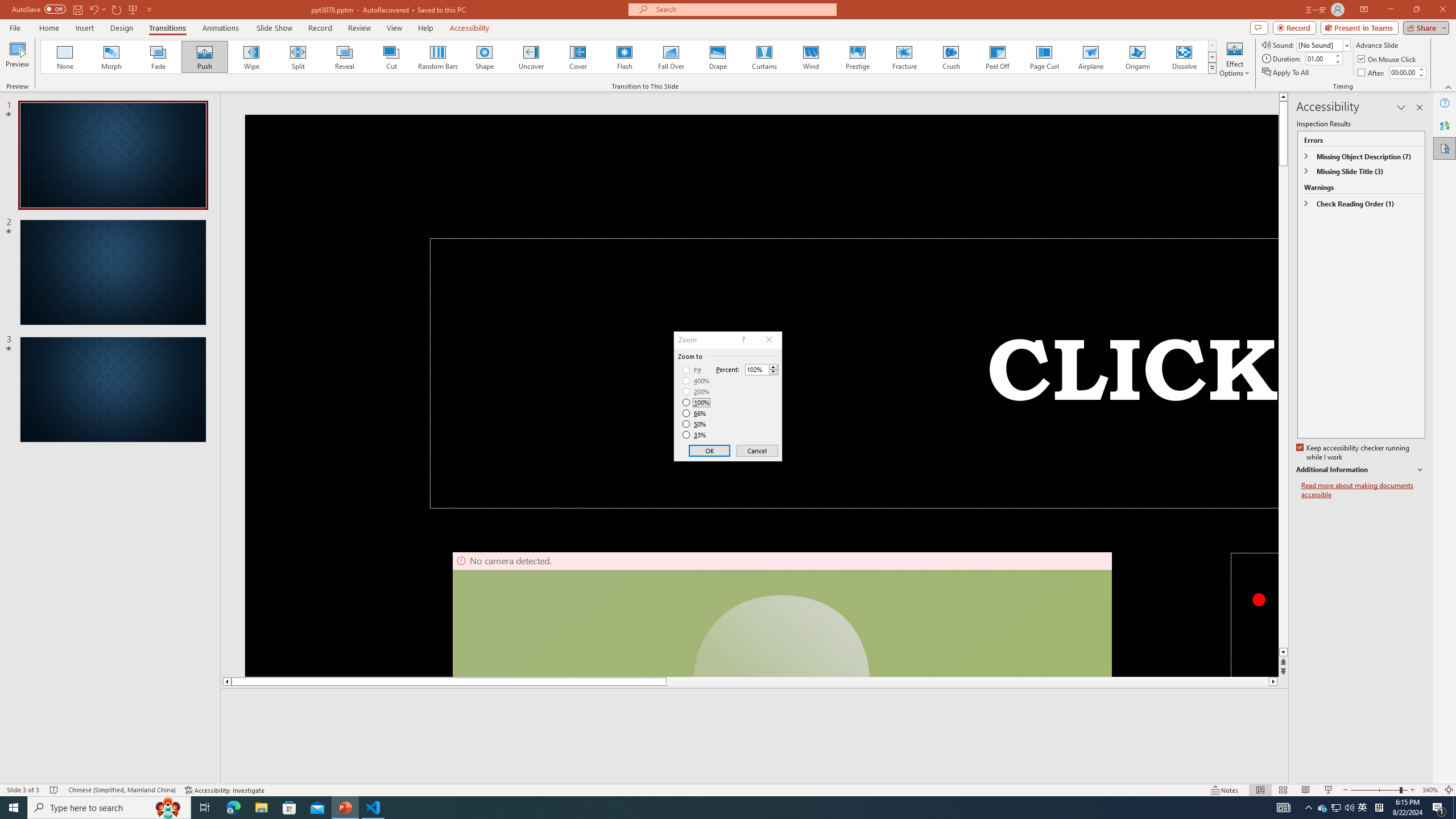 Image resolution: width=1456 pixels, height=819 pixels. What do you see at coordinates (1234, 59) in the screenshot?
I see `'Effect Options'` at bounding box center [1234, 59].